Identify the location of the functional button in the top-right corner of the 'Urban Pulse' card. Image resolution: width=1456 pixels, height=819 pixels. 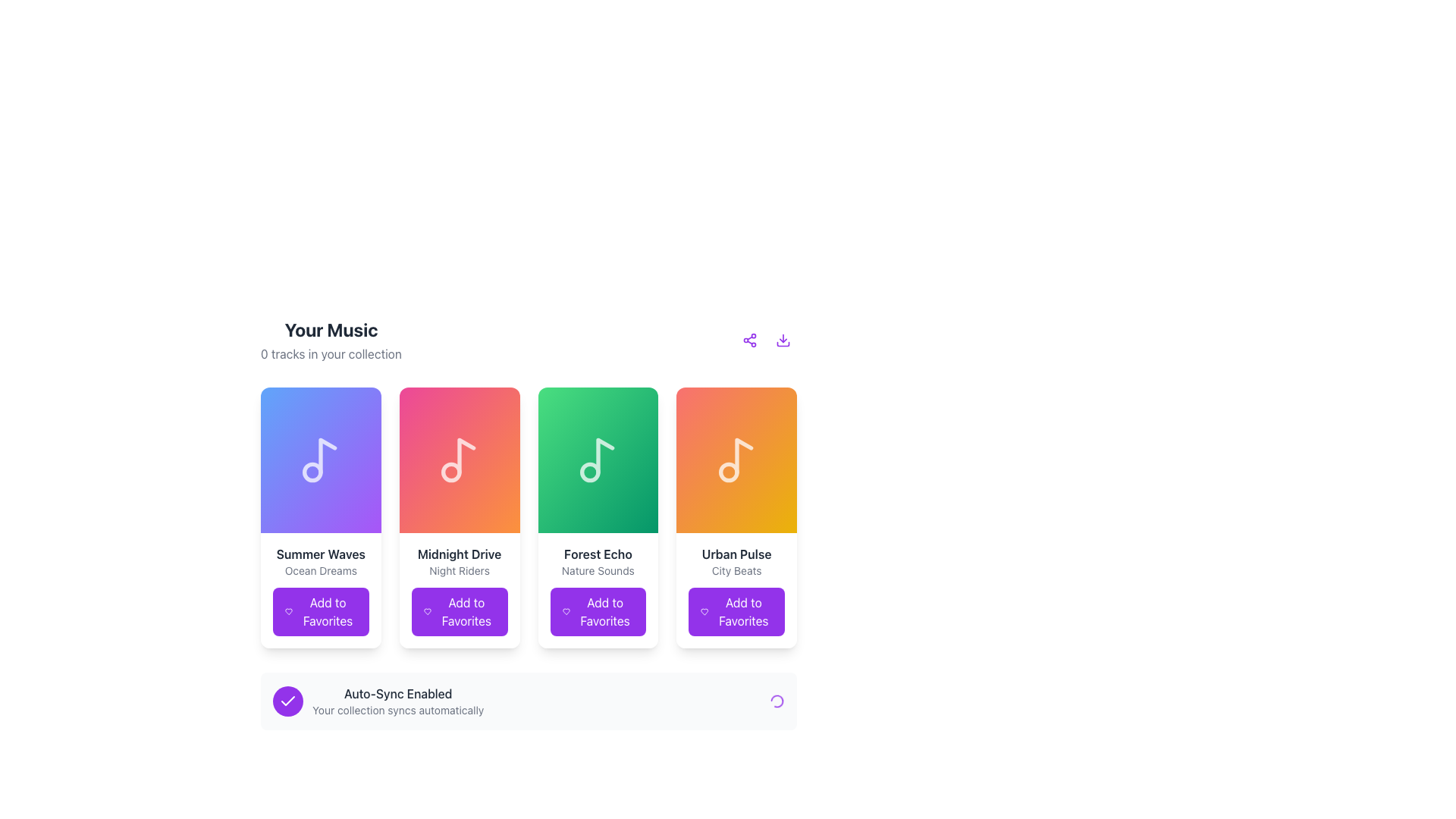
(775, 408).